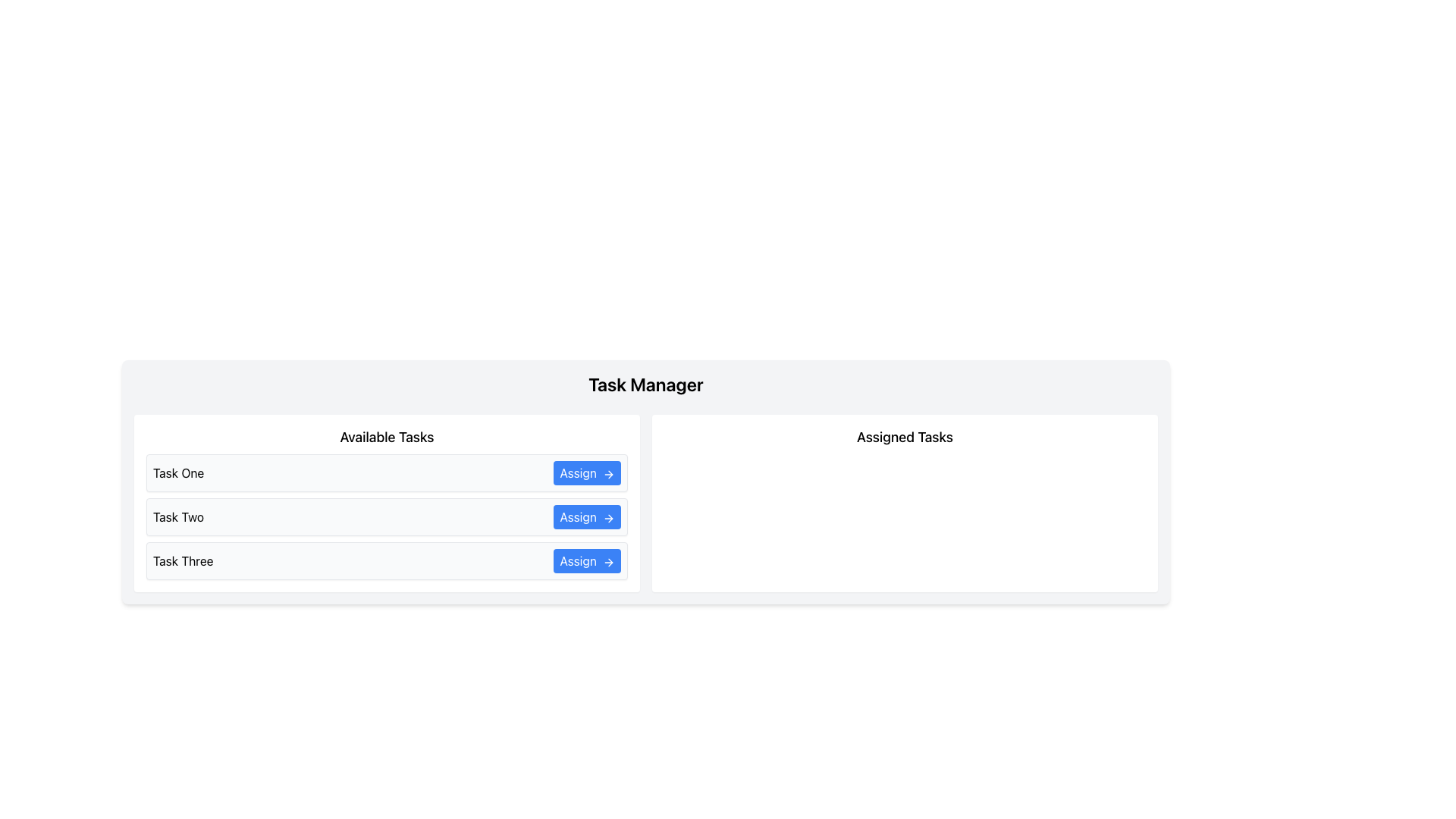 This screenshot has height=819, width=1456. I want to click on the 'Available Tasks' header text label that categorizes the content below it in the task list section, so click(387, 438).